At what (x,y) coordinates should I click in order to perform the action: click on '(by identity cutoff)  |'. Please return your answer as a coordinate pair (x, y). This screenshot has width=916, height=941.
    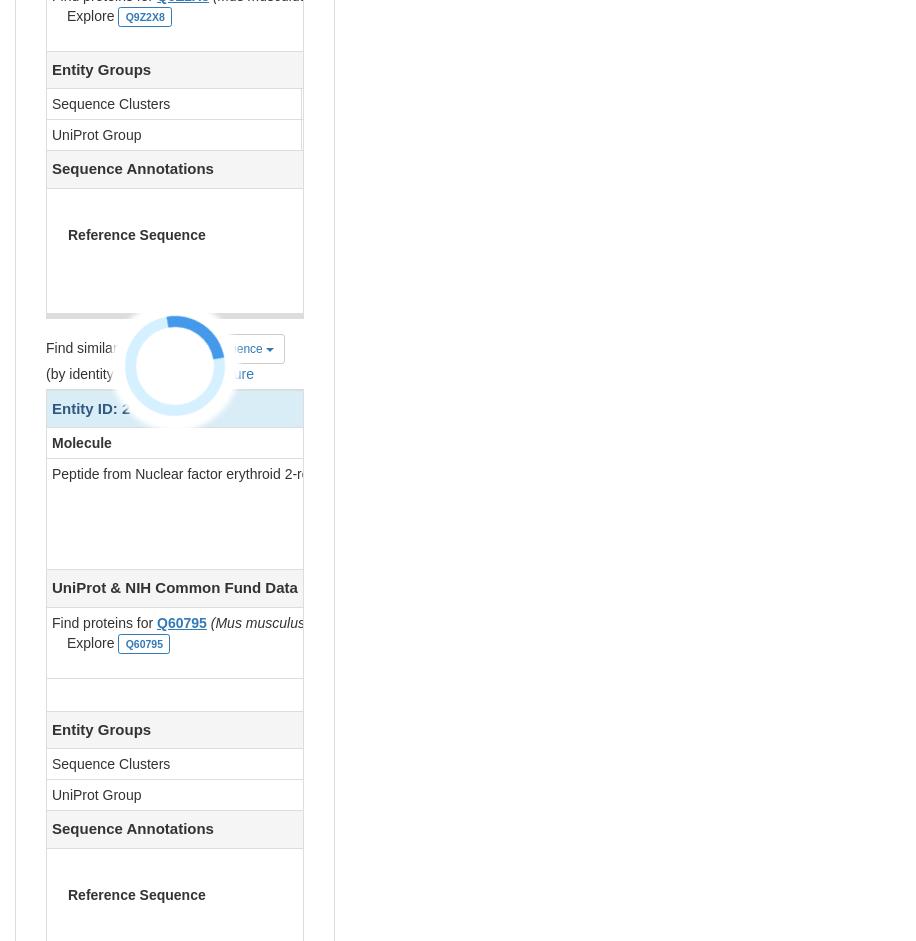
    Looking at the image, I should click on (45, 373).